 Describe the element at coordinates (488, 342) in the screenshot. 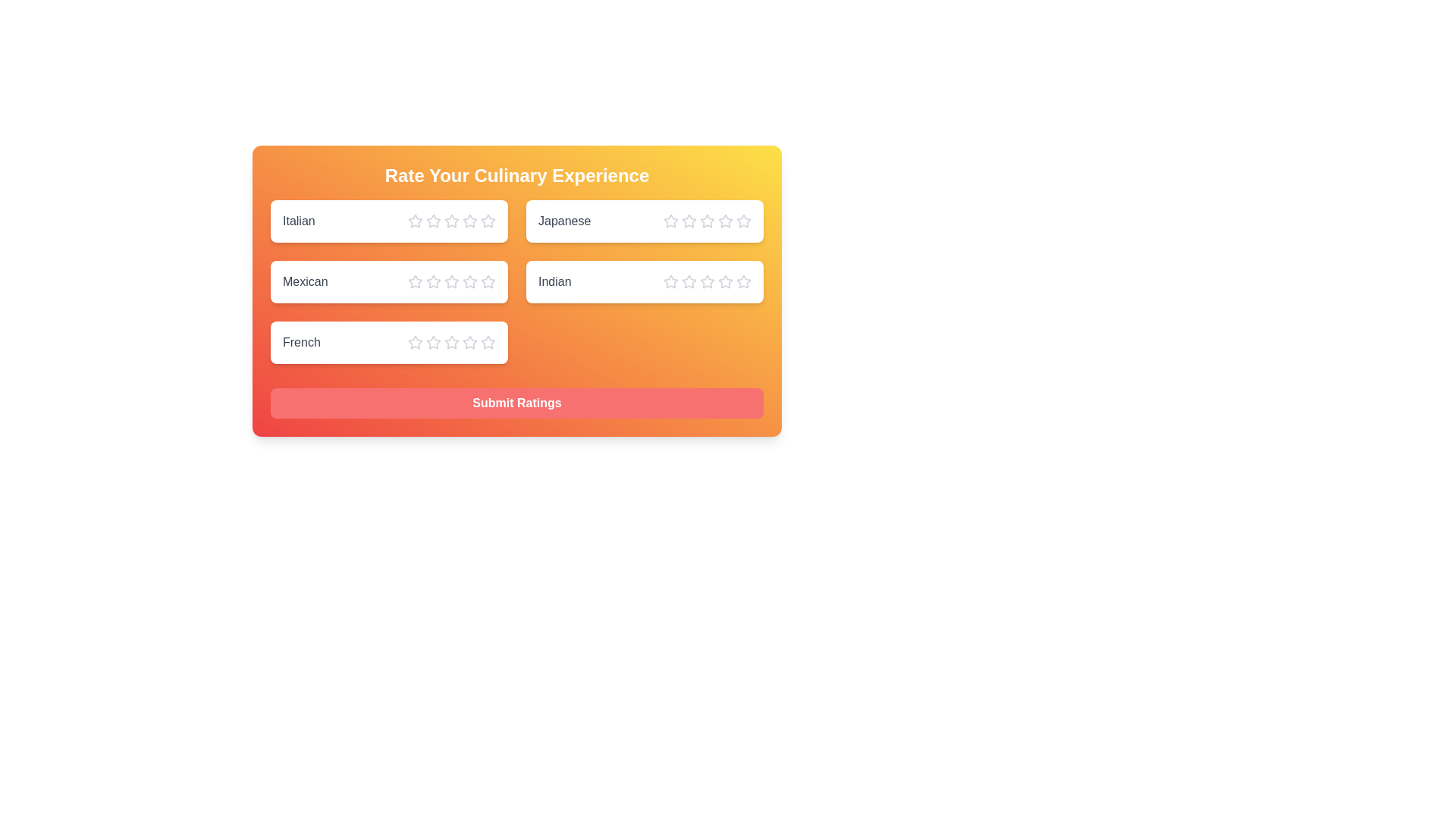

I see `the star corresponding to the rating 5 for the cuisine French` at that location.